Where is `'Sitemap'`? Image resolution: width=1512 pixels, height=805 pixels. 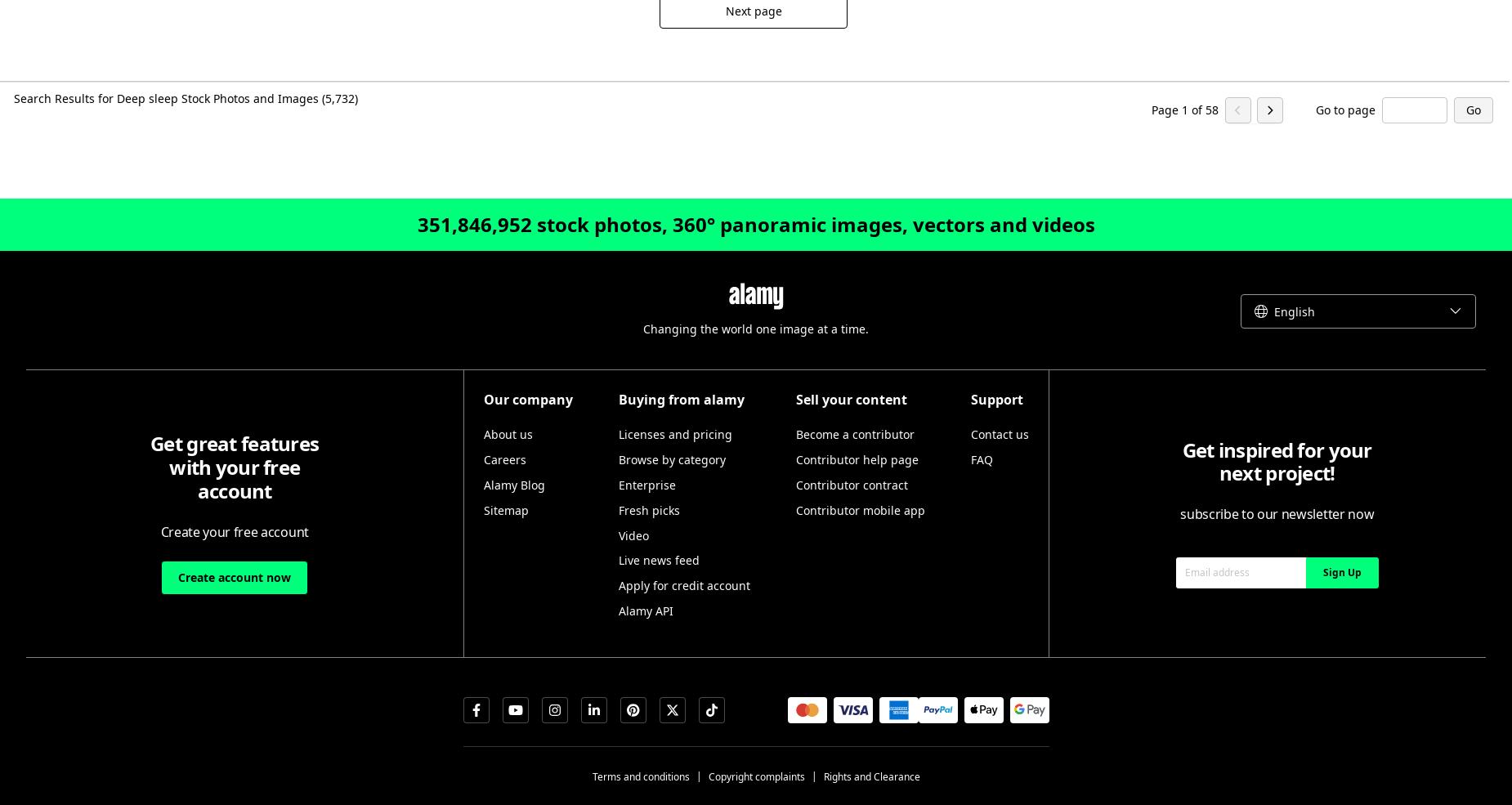
'Sitemap' is located at coordinates (505, 508).